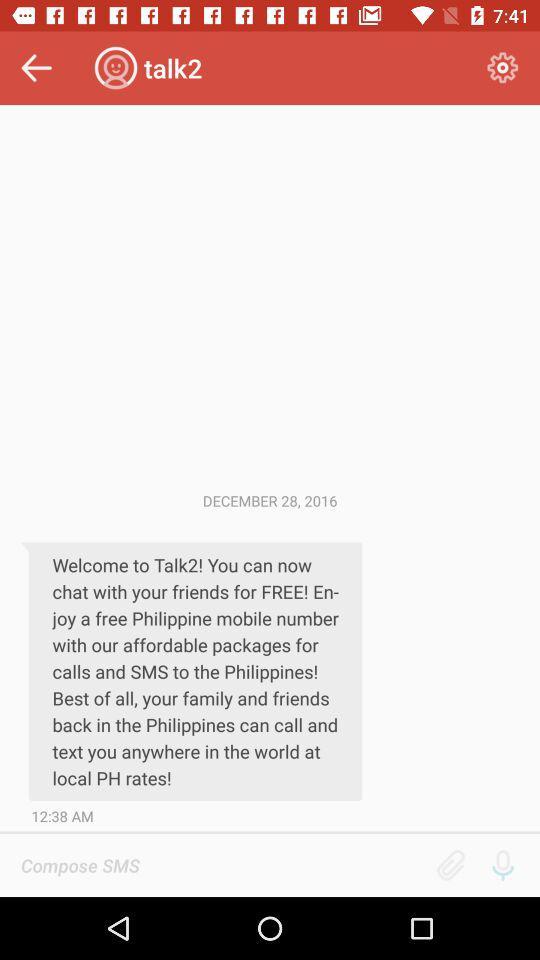 Image resolution: width=540 pixels, height=960 pixels. I want to click on digit the text, so click(221, 864).